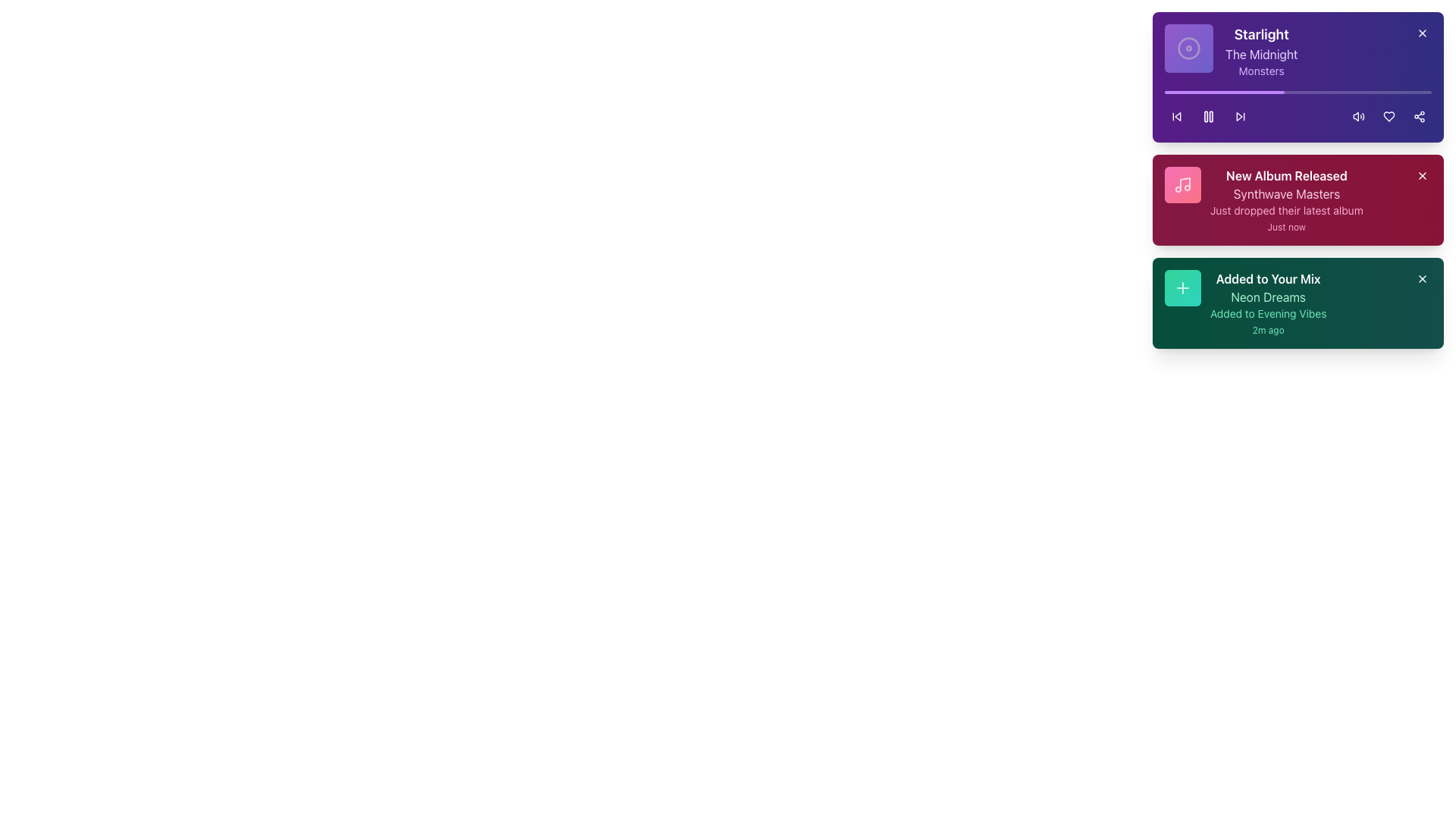  I want to click on the share button located in the top-right corner of the purple card titled 'Starlight' to share the content, so click(1419, 116).